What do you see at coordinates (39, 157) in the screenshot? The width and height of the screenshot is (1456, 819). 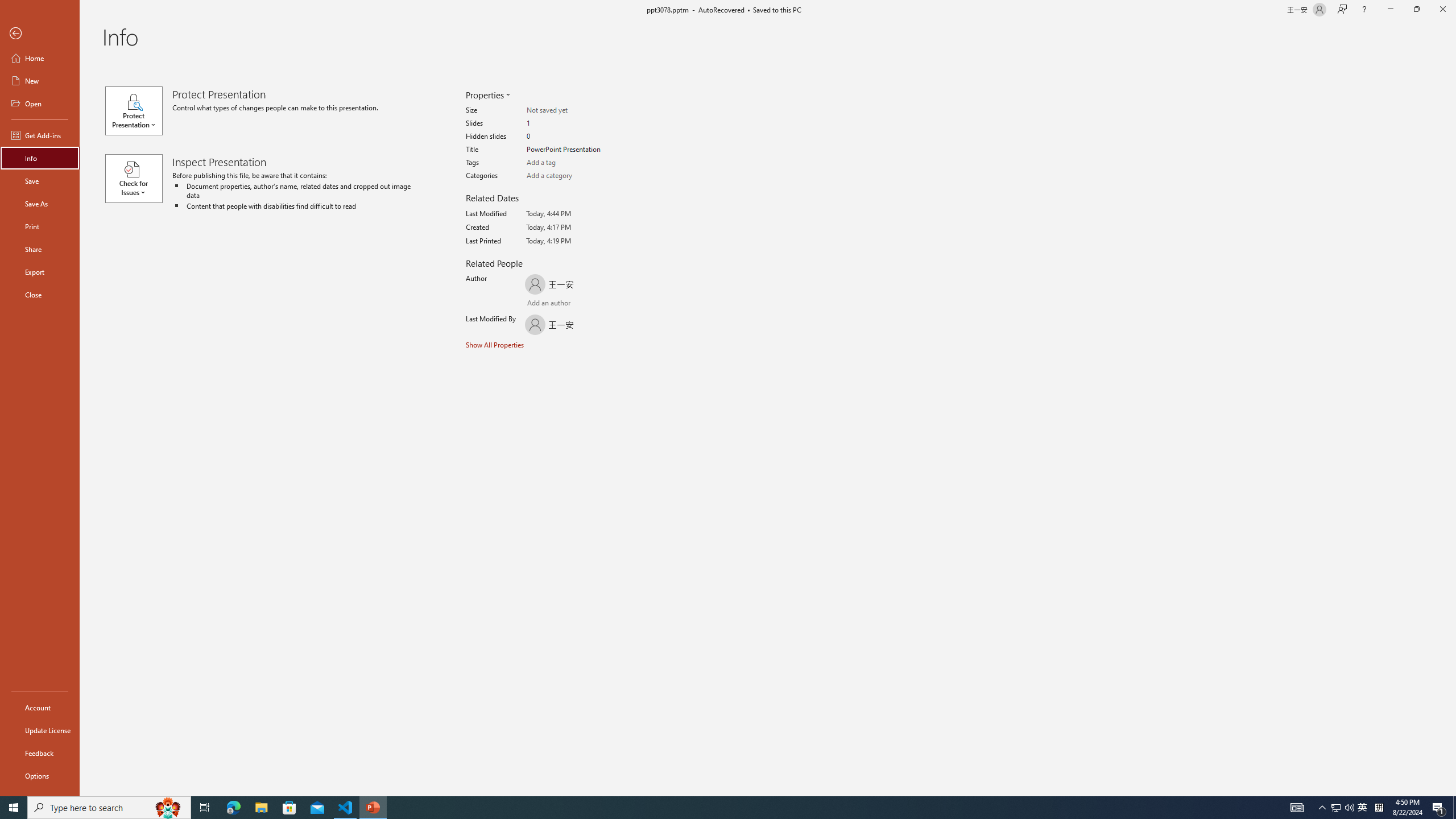 I see `'Info'` at bounding box center [39, 157].